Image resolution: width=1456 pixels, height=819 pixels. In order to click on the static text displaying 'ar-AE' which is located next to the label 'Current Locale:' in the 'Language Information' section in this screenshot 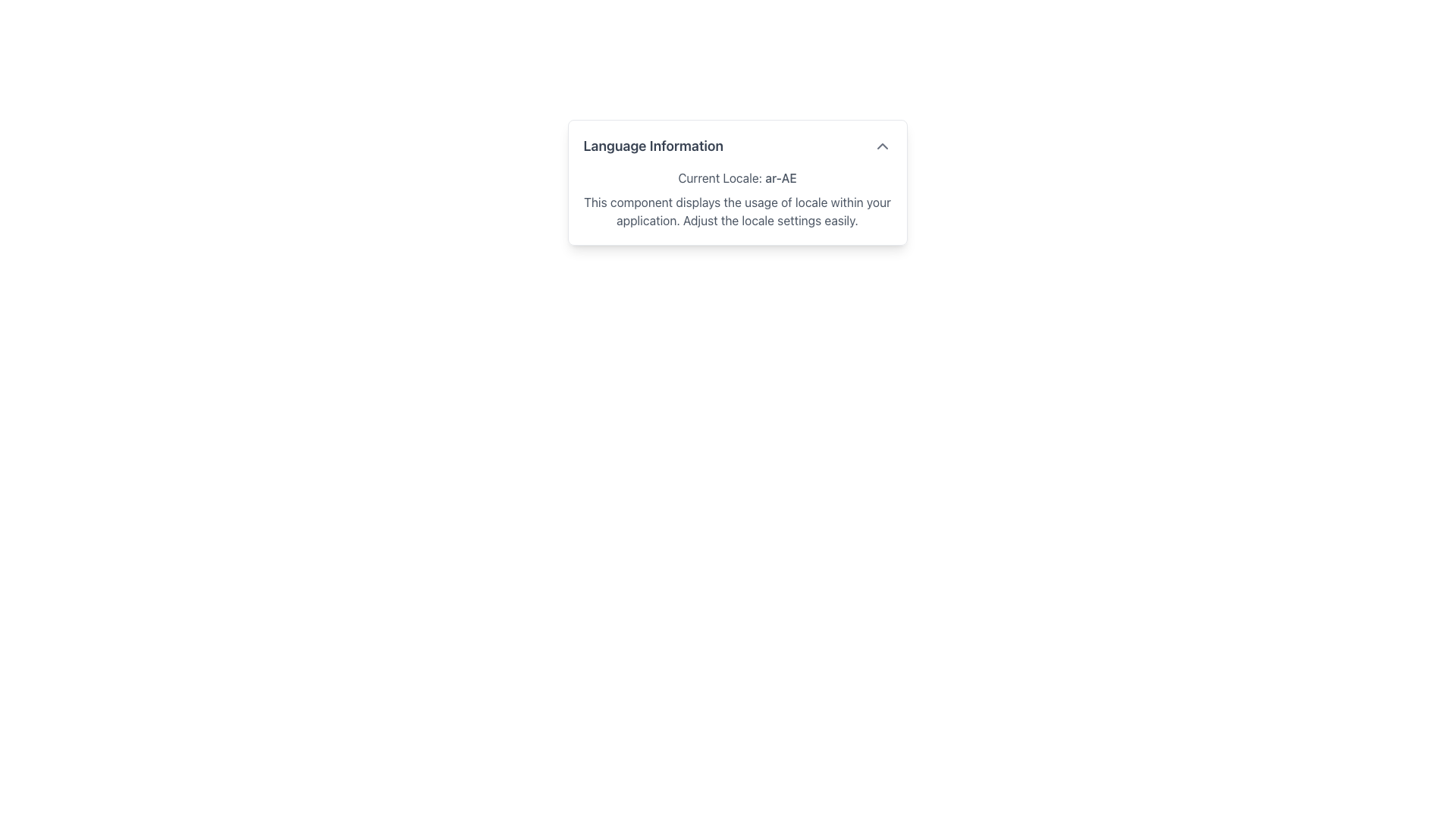, I will do `click(781, 177)`.